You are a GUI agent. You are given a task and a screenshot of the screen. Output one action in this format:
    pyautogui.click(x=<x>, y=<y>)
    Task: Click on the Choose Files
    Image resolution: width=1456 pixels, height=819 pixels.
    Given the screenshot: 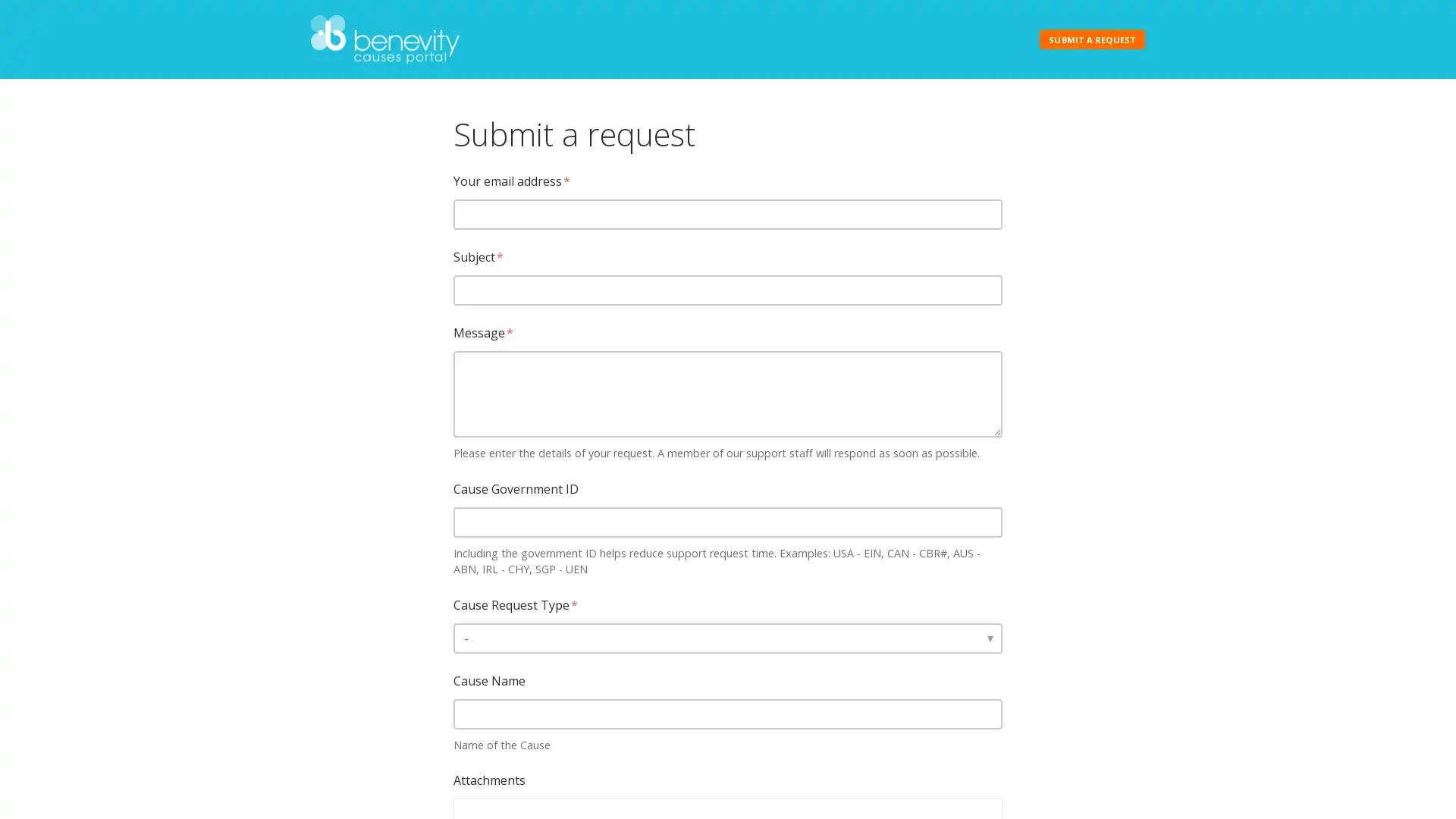 What is the action you would take?
    pyautogui.click(x=488, y=806)
    